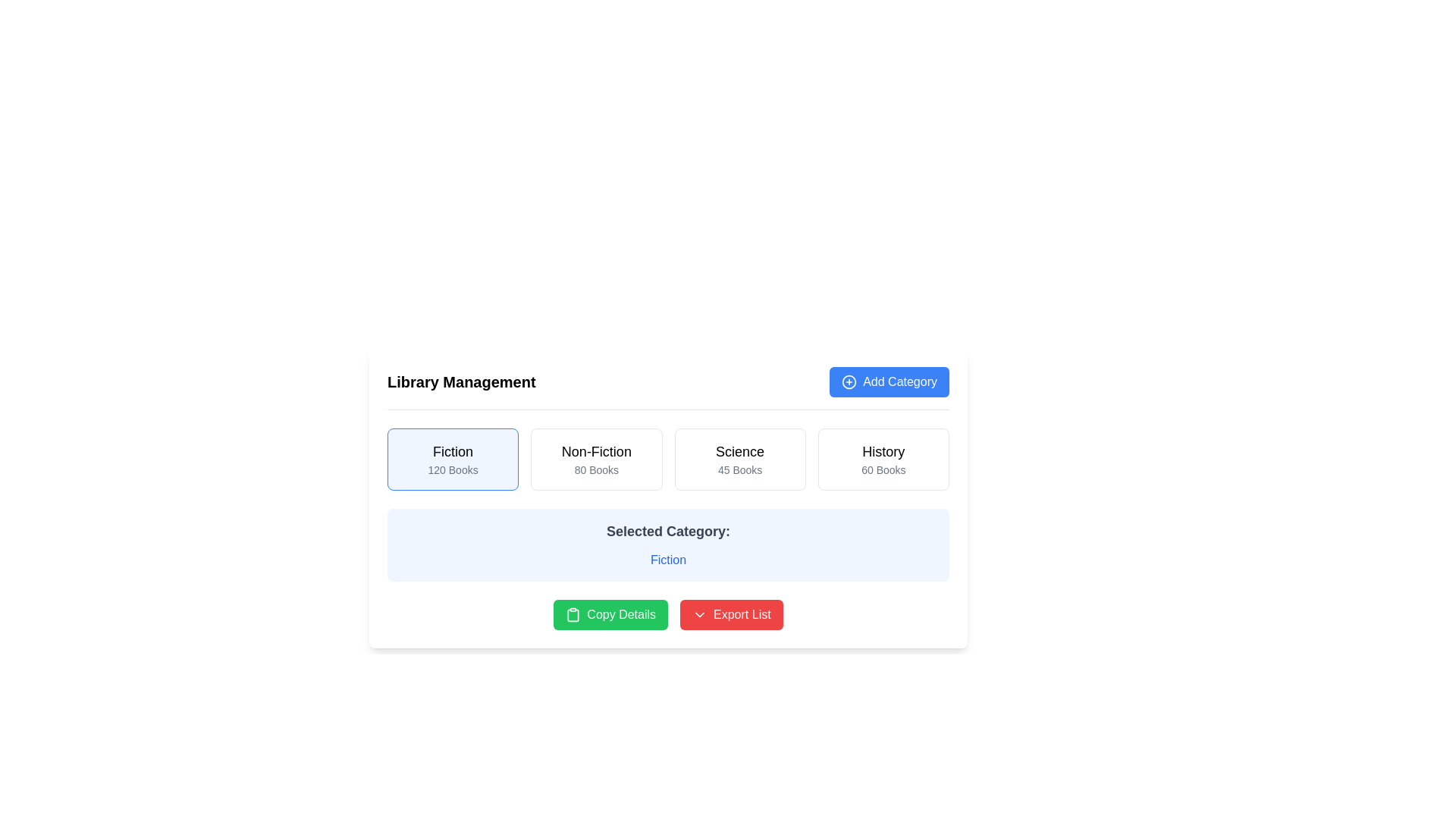 The height and width of the screenshot is (819, 1456). I want to click on the 'Fiction' category button located at the top left of the grid layout, which has a blue background and displays 'Fiction' and '120 Books', so click(452, 458).